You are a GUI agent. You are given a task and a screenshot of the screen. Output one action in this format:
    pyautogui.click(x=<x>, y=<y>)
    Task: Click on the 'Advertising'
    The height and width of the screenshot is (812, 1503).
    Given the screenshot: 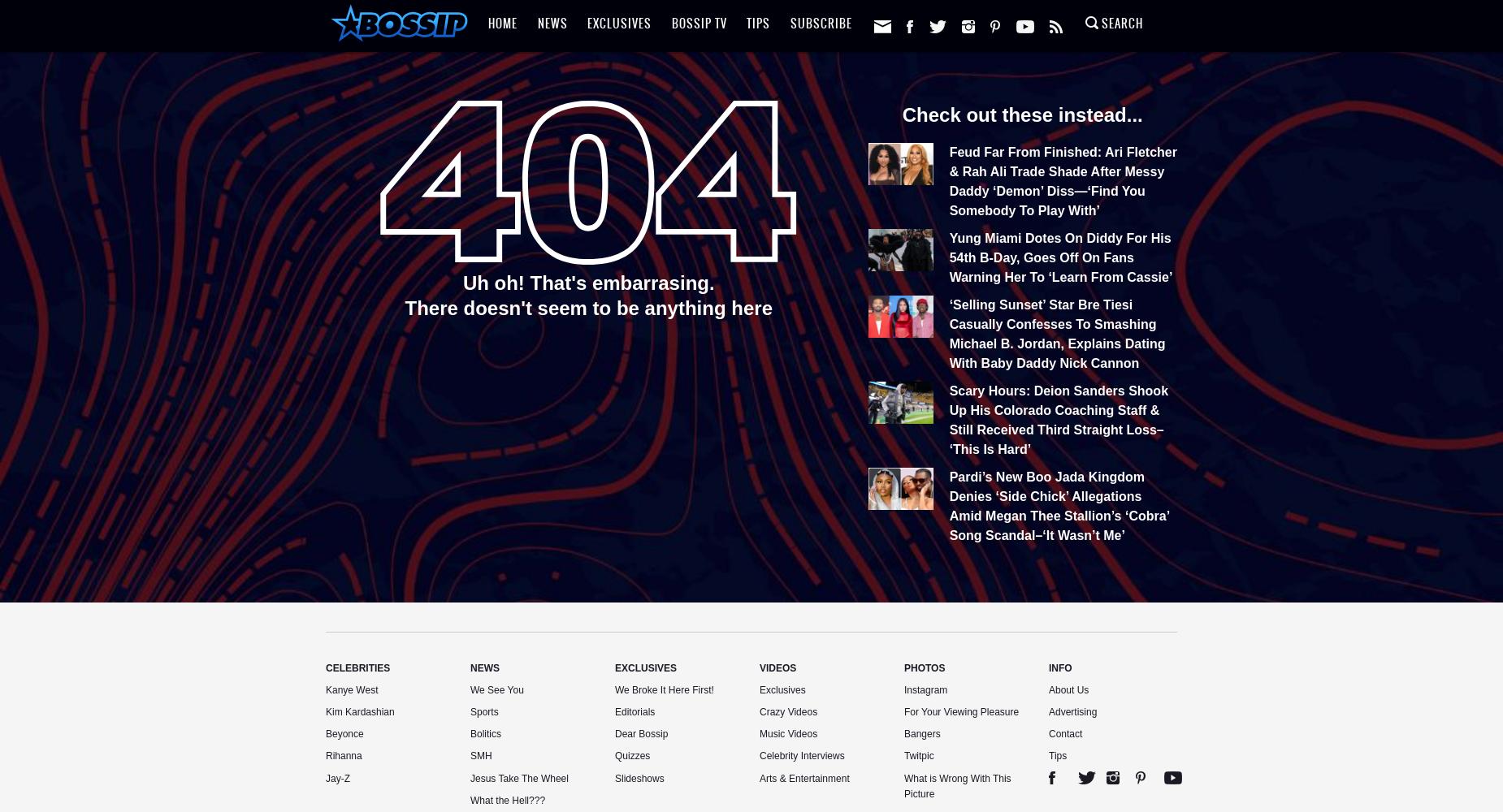 What is the action you would take?
    pyautogui.click(x=1047, y=711)
    